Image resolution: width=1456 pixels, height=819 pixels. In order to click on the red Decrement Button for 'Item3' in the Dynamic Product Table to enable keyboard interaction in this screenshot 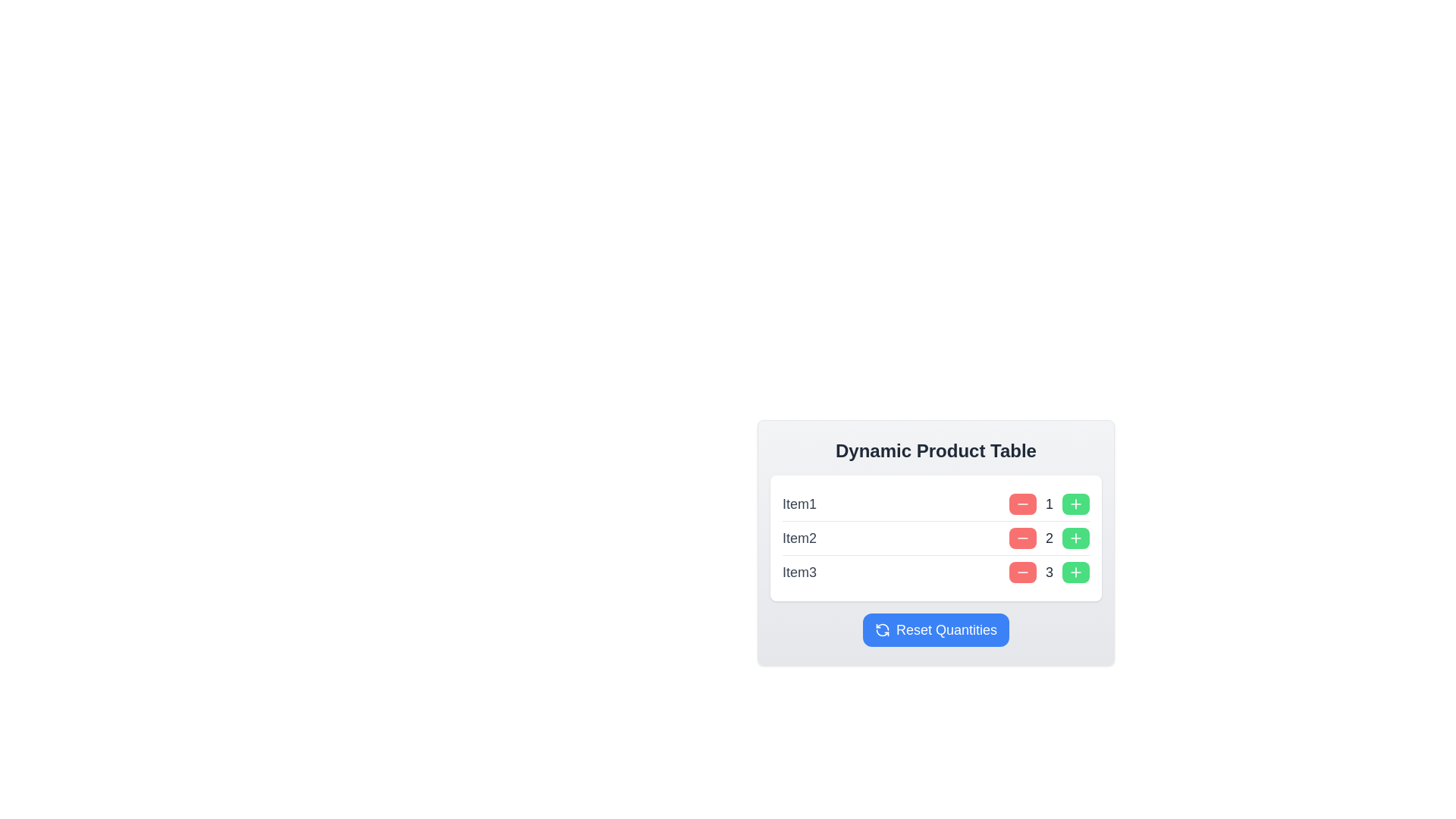, I will do `click(1022, 573)`.